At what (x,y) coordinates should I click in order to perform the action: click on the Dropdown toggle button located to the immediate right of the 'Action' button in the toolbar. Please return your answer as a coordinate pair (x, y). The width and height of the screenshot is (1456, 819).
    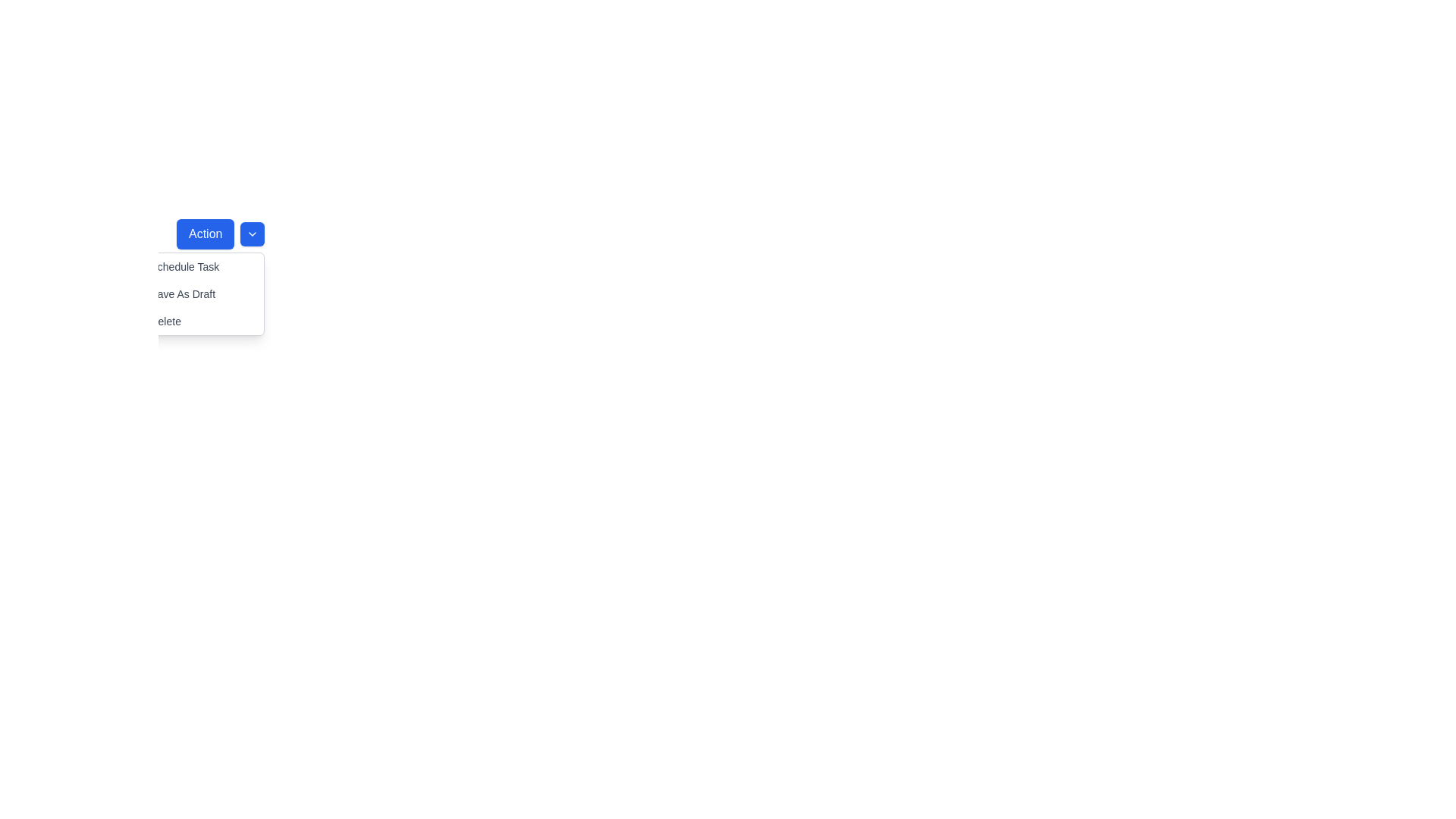
    Looking at the image, I should click on (253, 234).